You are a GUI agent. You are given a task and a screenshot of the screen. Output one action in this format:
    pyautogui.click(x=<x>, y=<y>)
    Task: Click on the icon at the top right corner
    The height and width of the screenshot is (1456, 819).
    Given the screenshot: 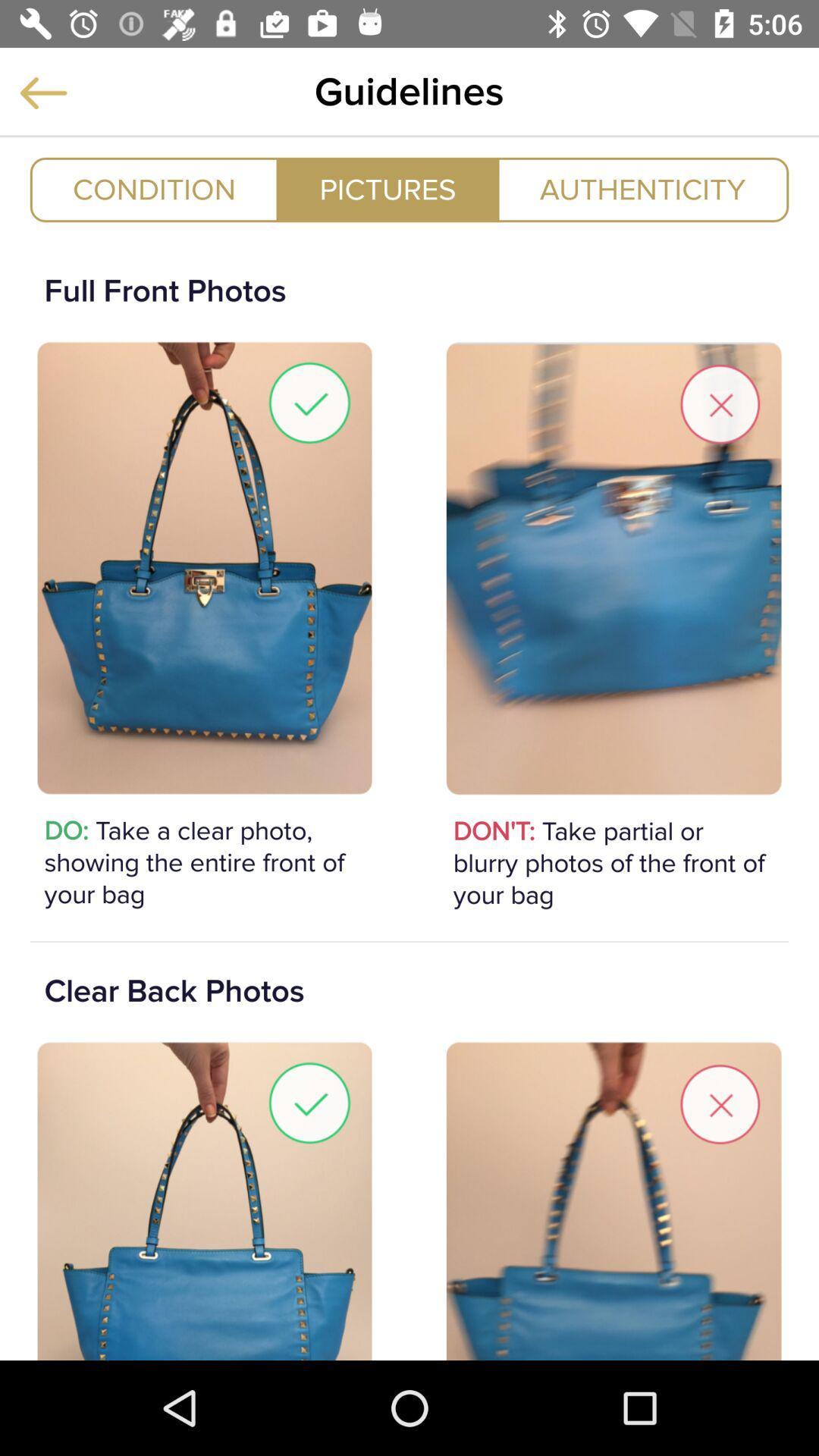 What is the action you would take?
    pyautogui.click(x=642, y=189)
    